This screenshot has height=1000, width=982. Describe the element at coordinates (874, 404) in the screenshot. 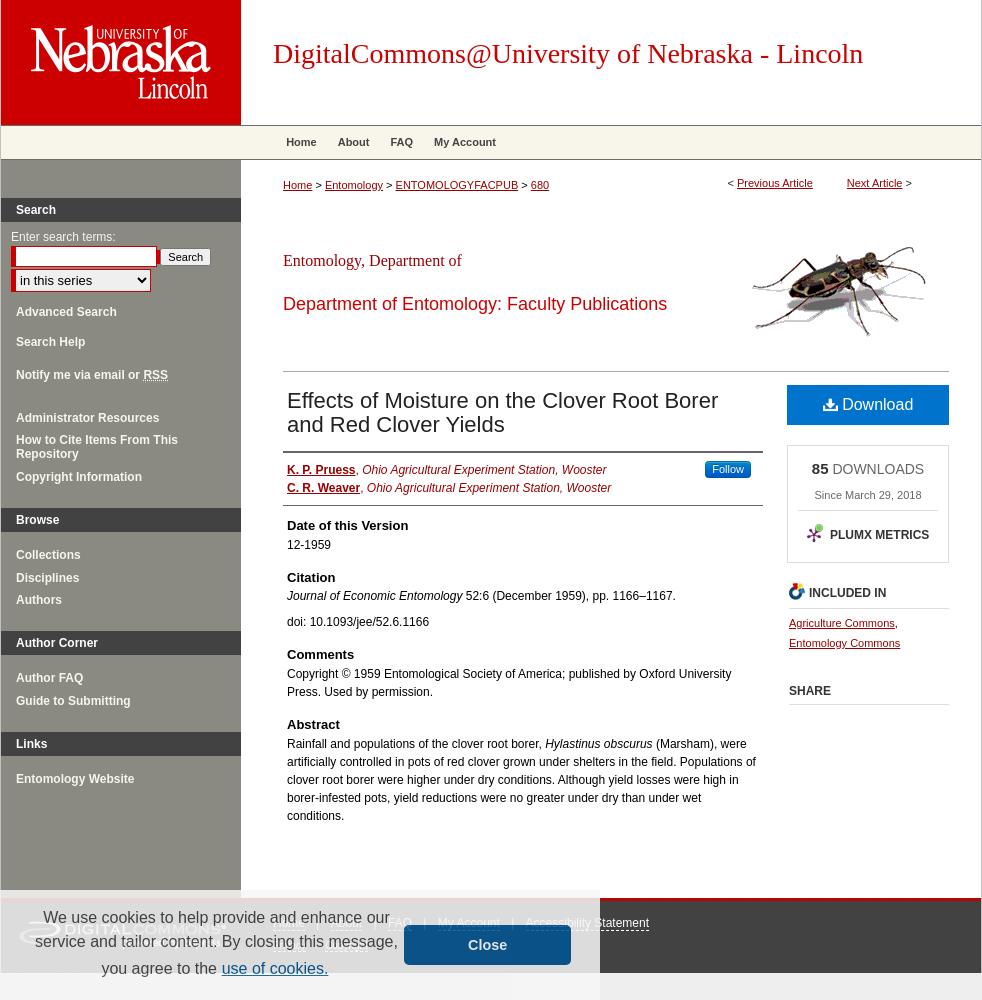

I see `'Download'` at that location.